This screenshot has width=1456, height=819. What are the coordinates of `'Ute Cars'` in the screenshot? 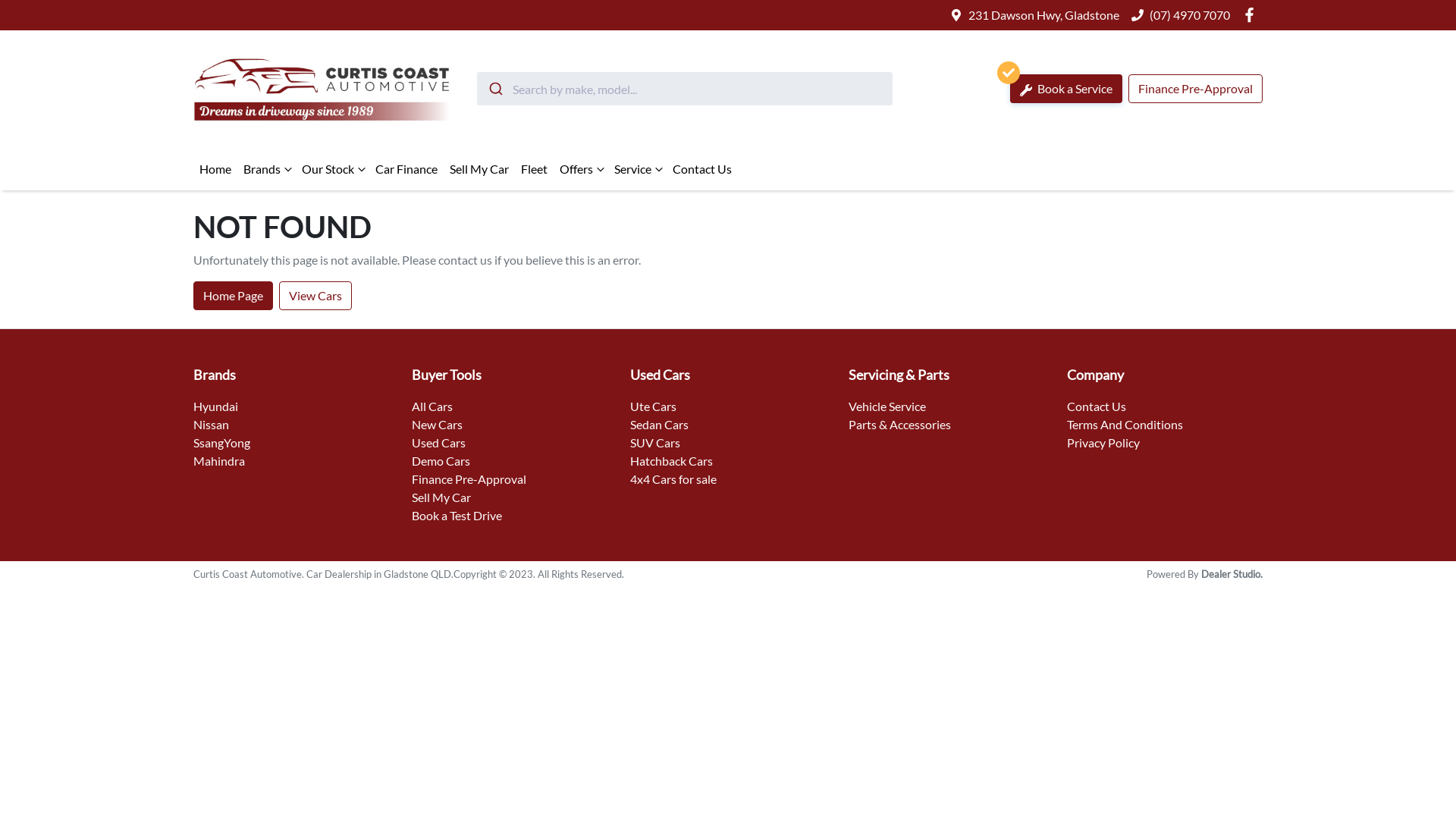 It's located at (653, 405).